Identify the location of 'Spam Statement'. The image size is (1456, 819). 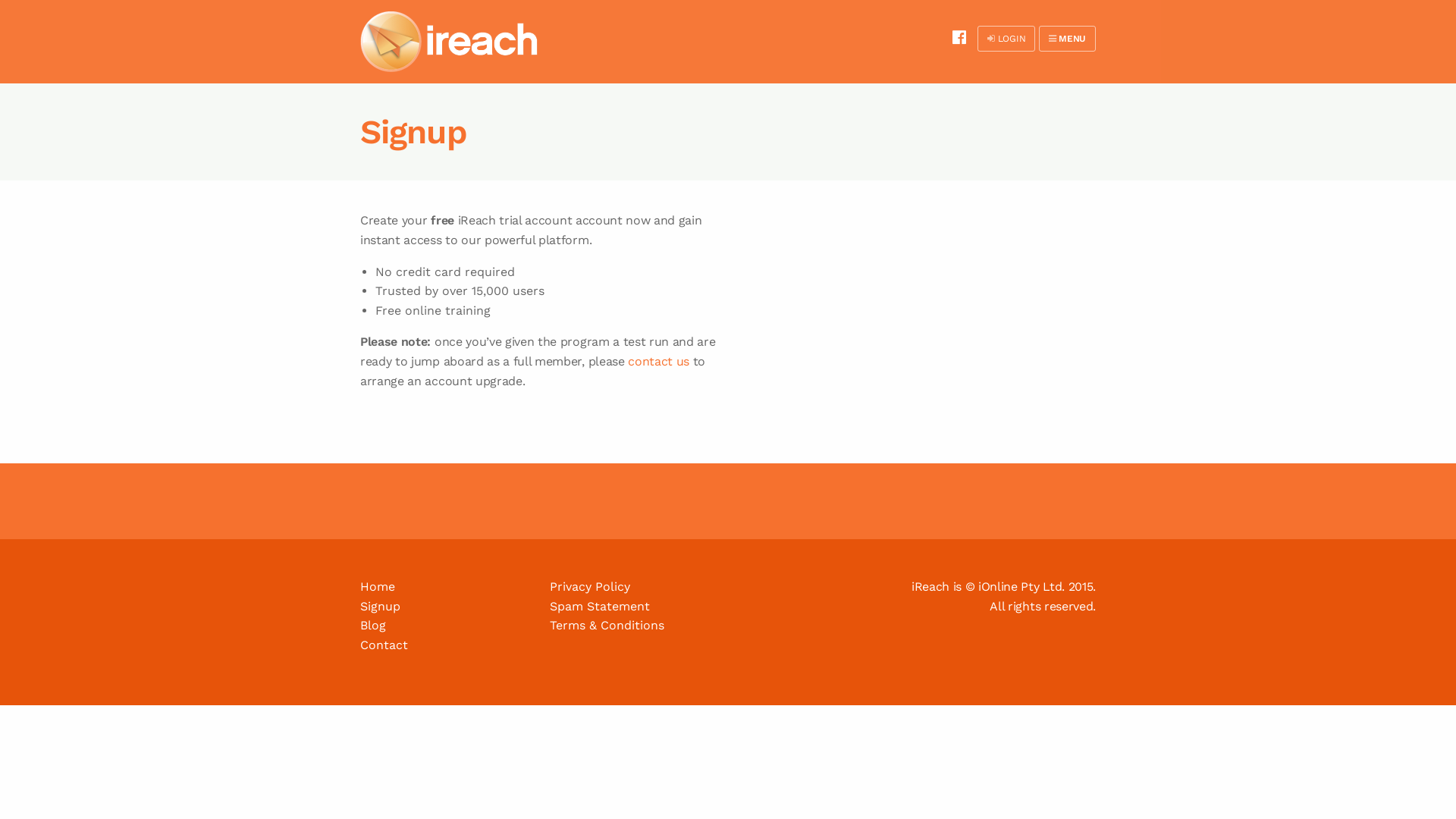
(599, 605).